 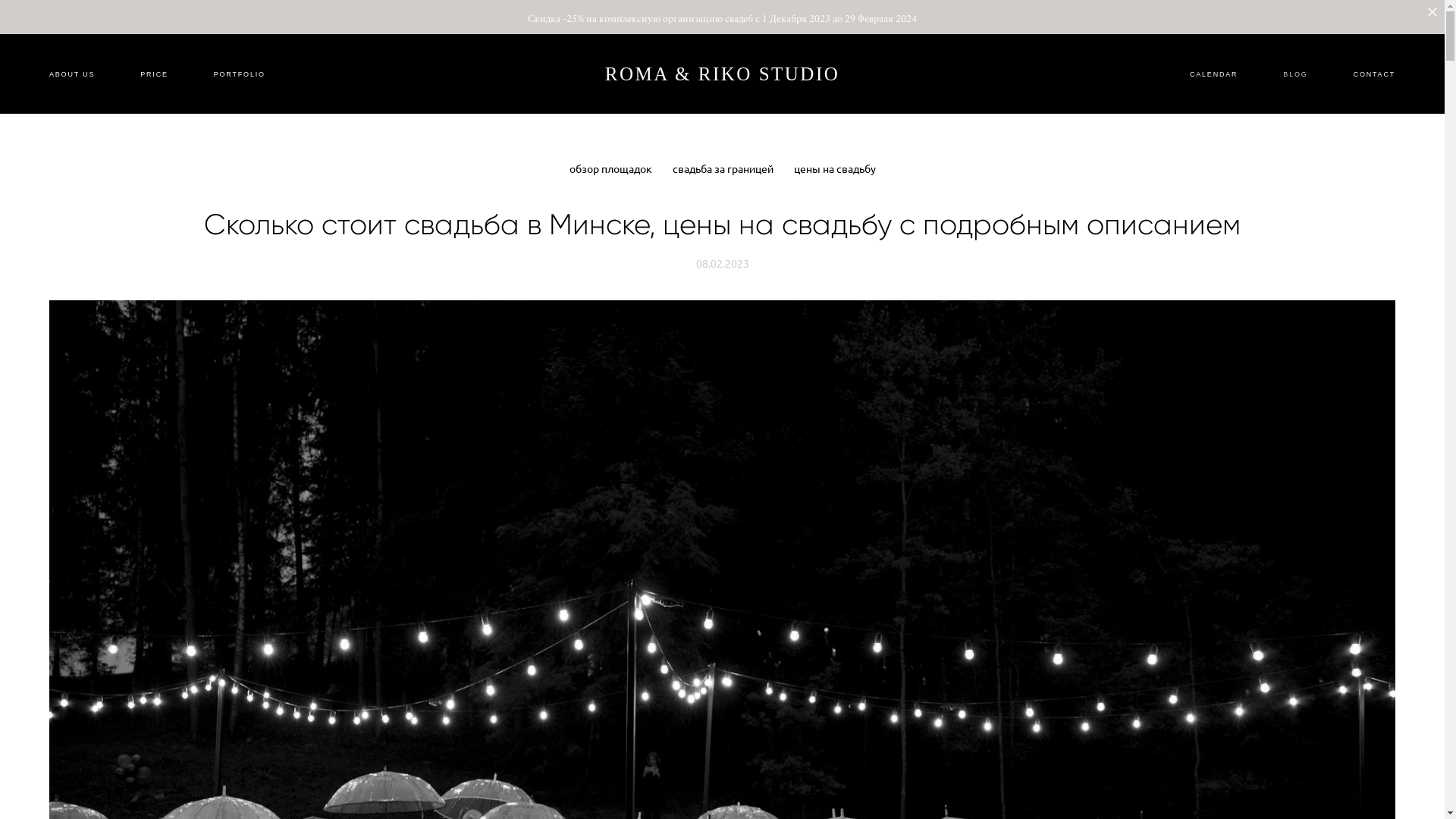 I want to click on 'CONTACT', so click(x=1354, y=74).